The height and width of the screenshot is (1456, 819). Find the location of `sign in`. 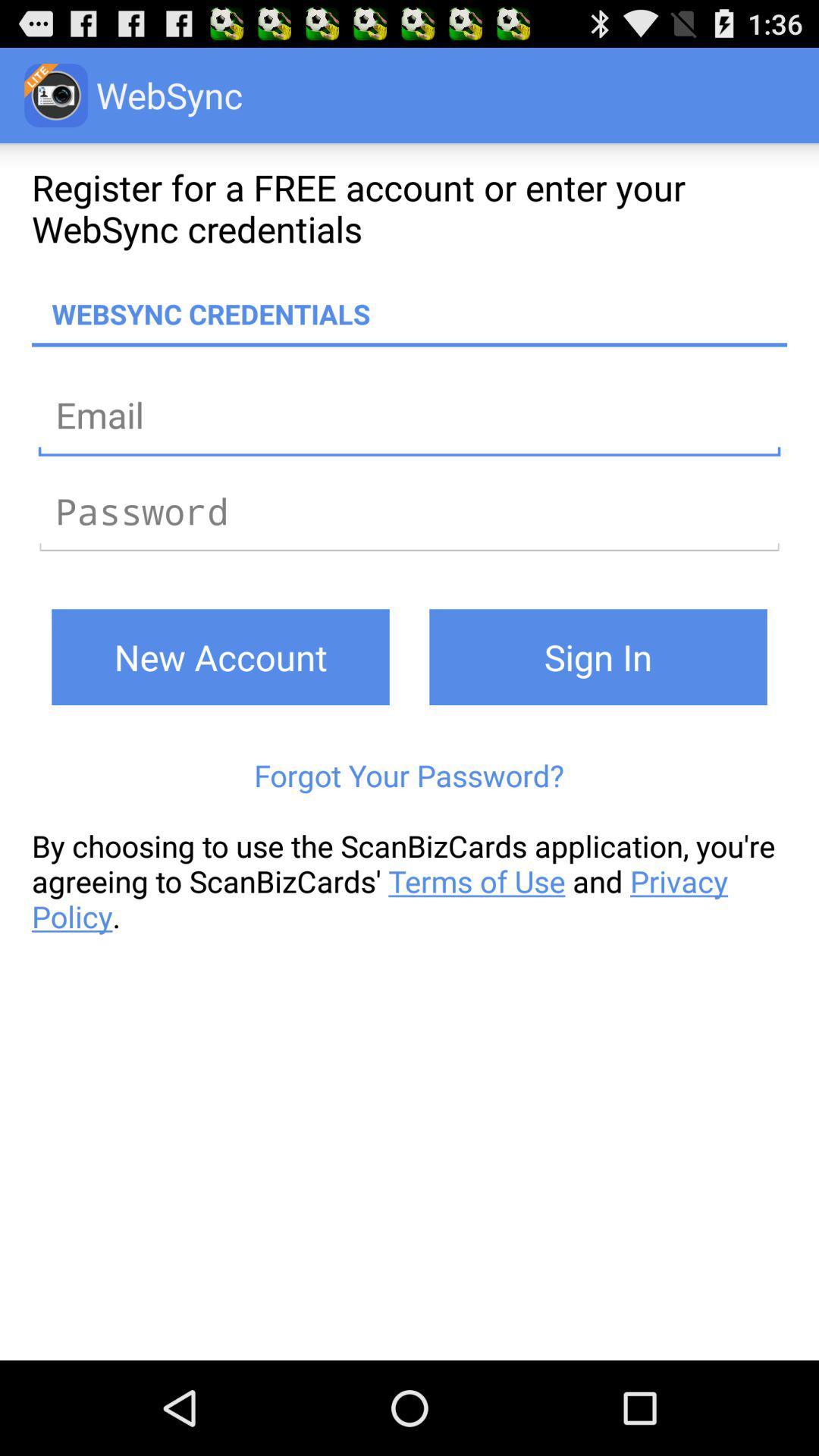

sign in is located at coordinates (598, 657).